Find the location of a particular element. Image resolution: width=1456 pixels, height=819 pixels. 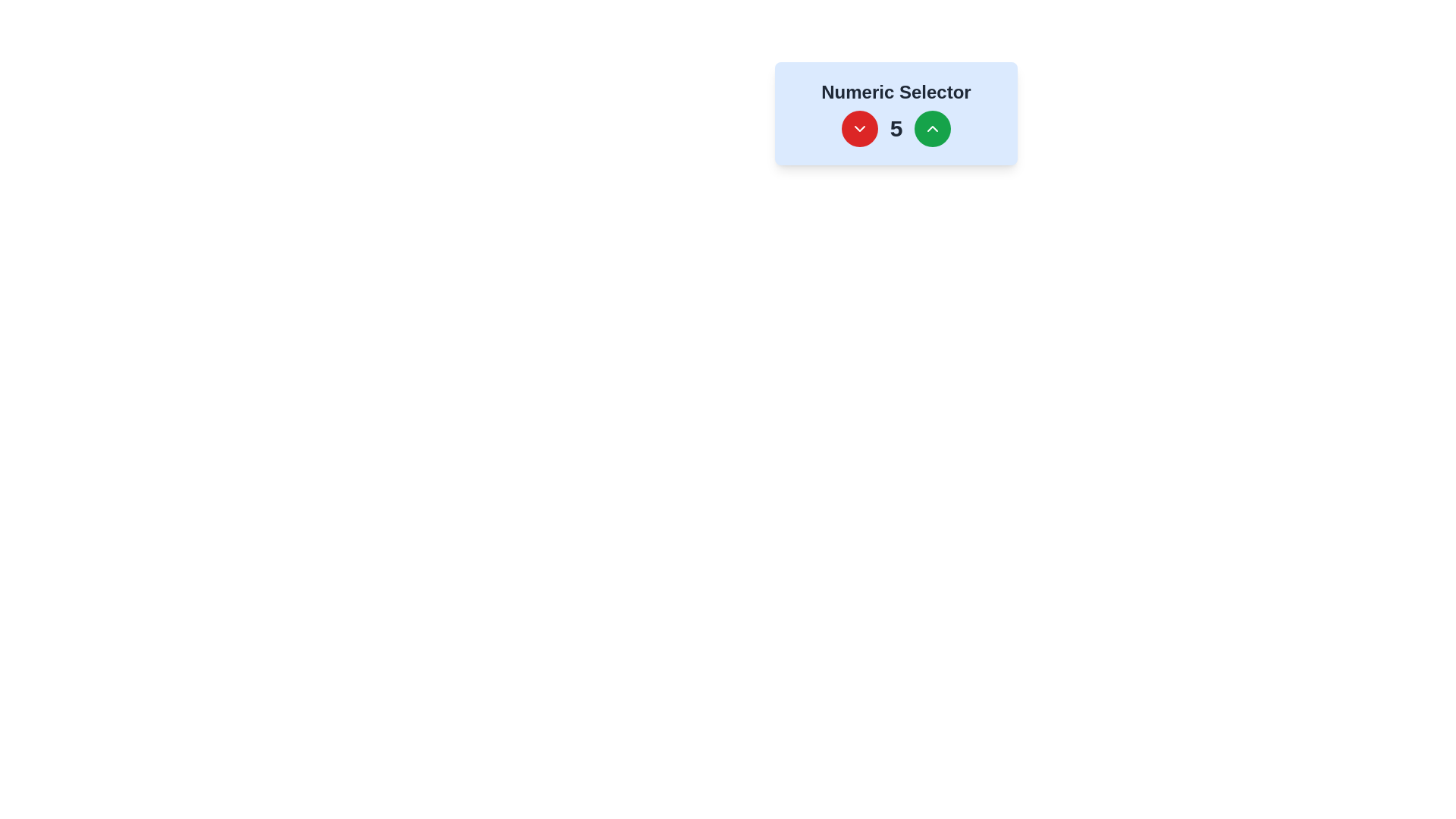

the increment button located on the rightmost side of the numeric selection component, next to the red circular button and the number '5', to change its color is located at coordinates (932, 127).